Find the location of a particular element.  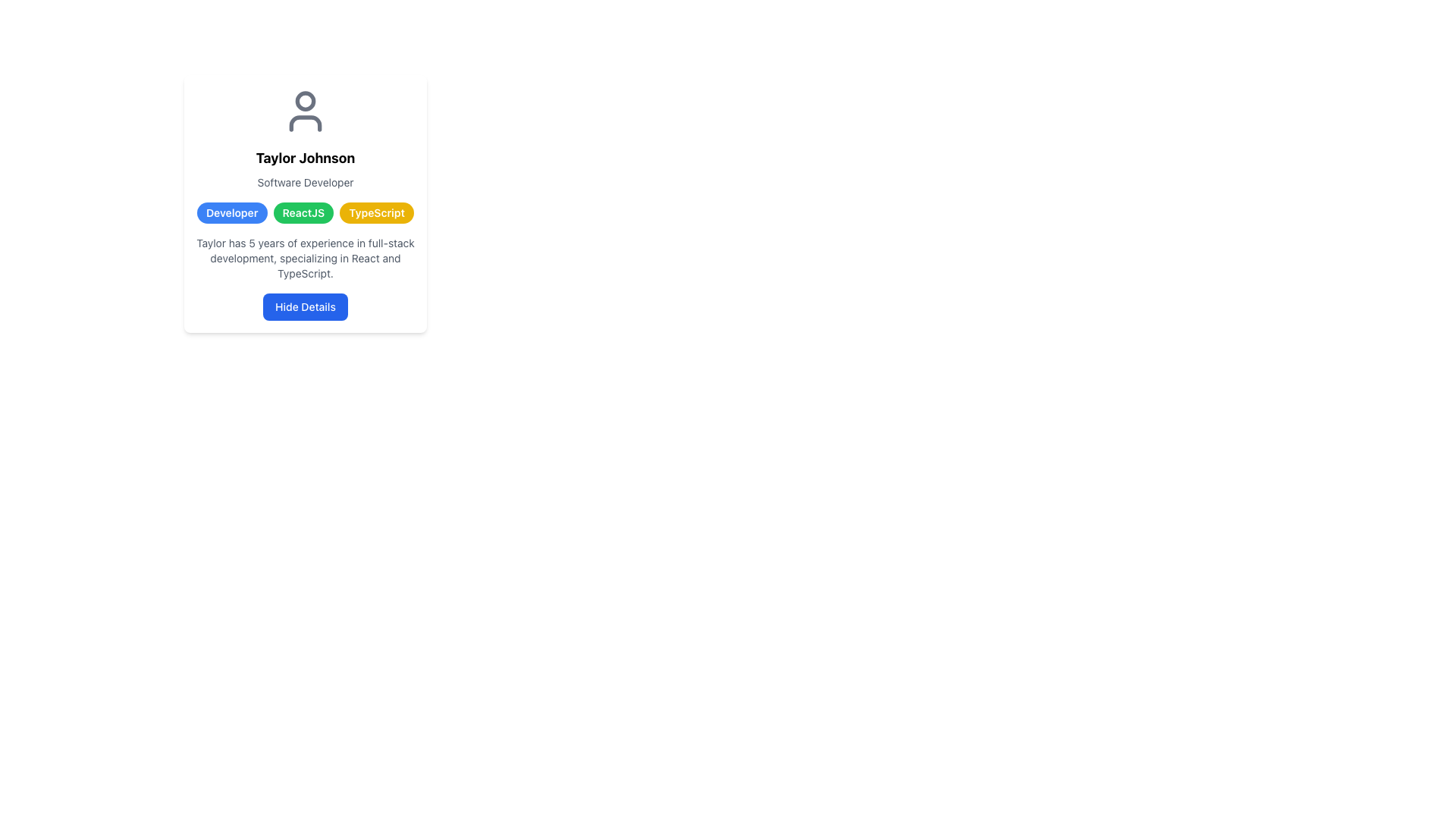

the content of the TypeScript badge, which is the third badge in the sequence beneath the title 'Taylor Johnson' and 'Software Developer.' is located at coordinates (377, 213).